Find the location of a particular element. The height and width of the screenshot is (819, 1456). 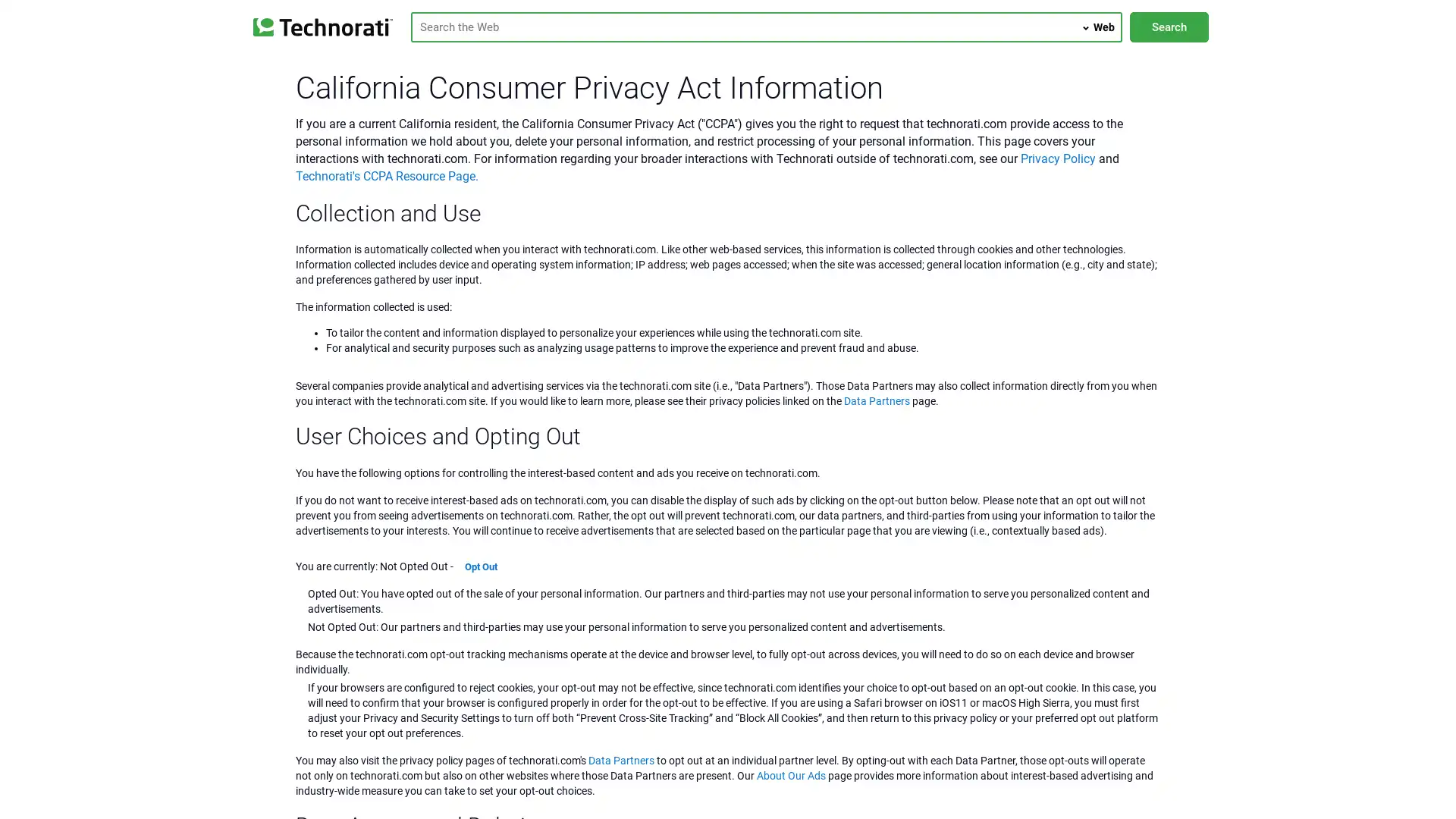

Search is located at coordinates (1168, 27).